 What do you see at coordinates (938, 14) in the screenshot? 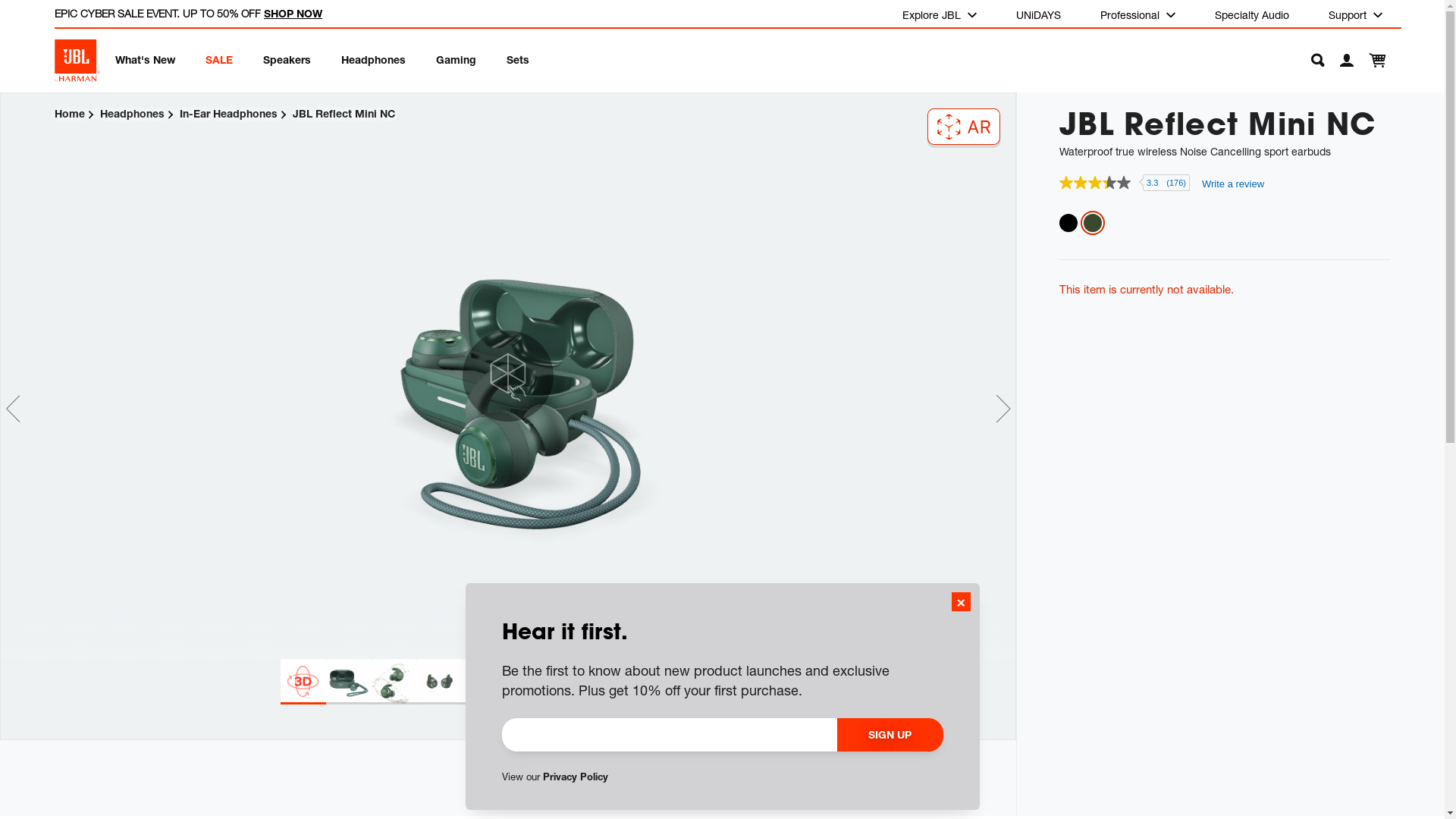
I see `'Explore JBL'` at bounding box center [938, 14].